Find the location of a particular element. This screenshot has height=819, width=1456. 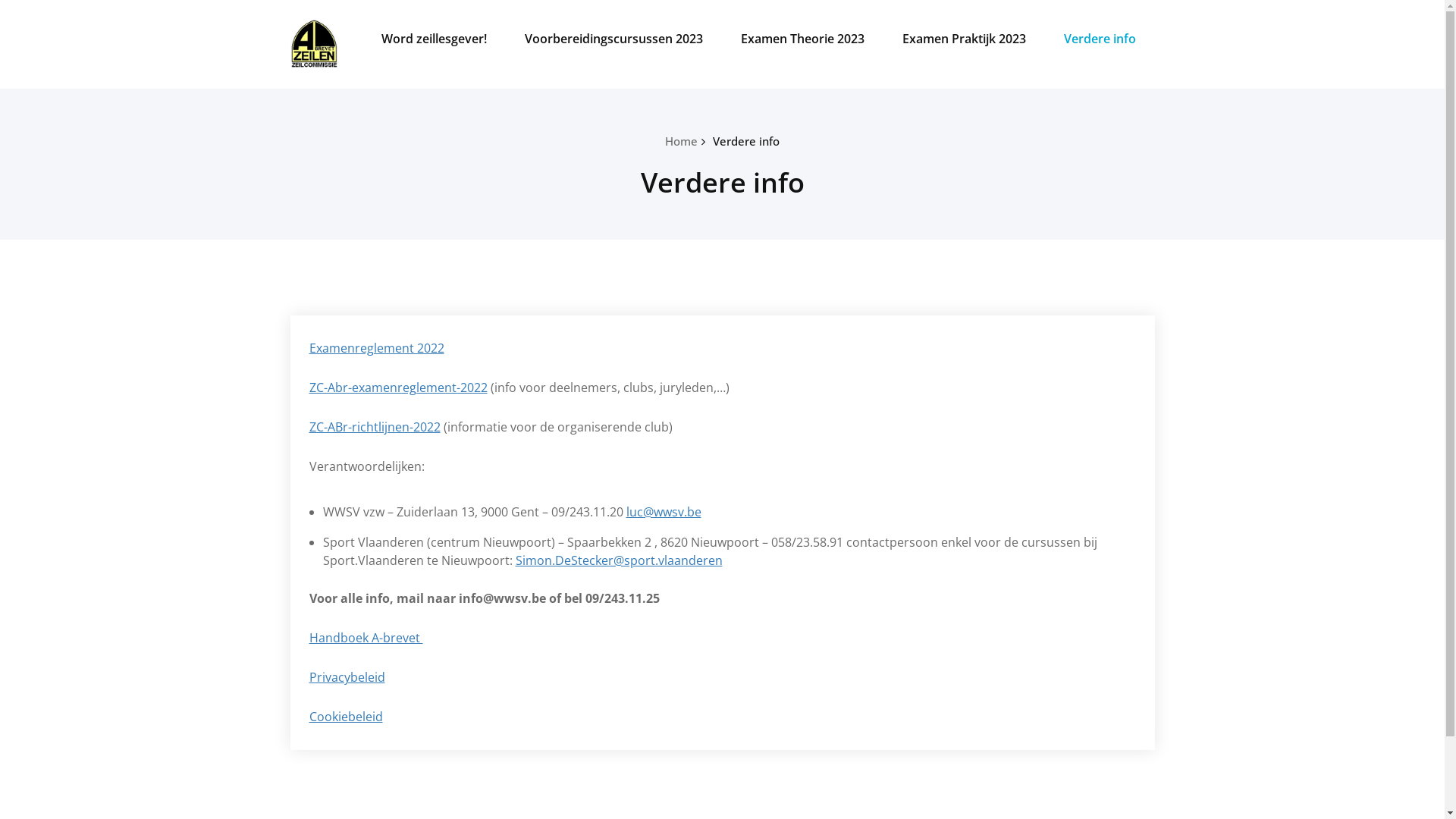

'Cookiebeleid' is located at coordinates (345, 717).